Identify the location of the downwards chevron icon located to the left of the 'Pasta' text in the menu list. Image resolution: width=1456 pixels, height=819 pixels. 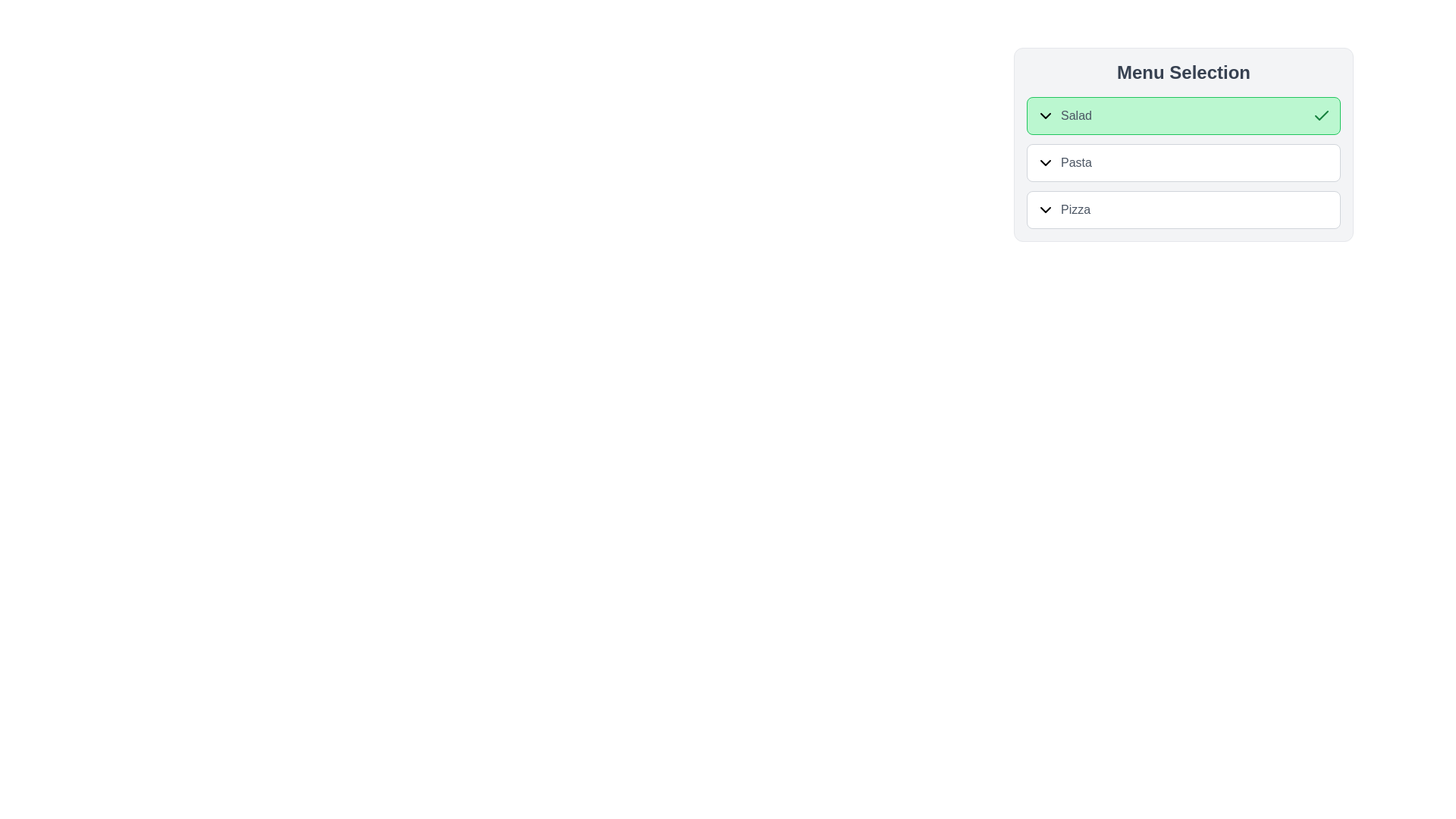
(1044, 163).